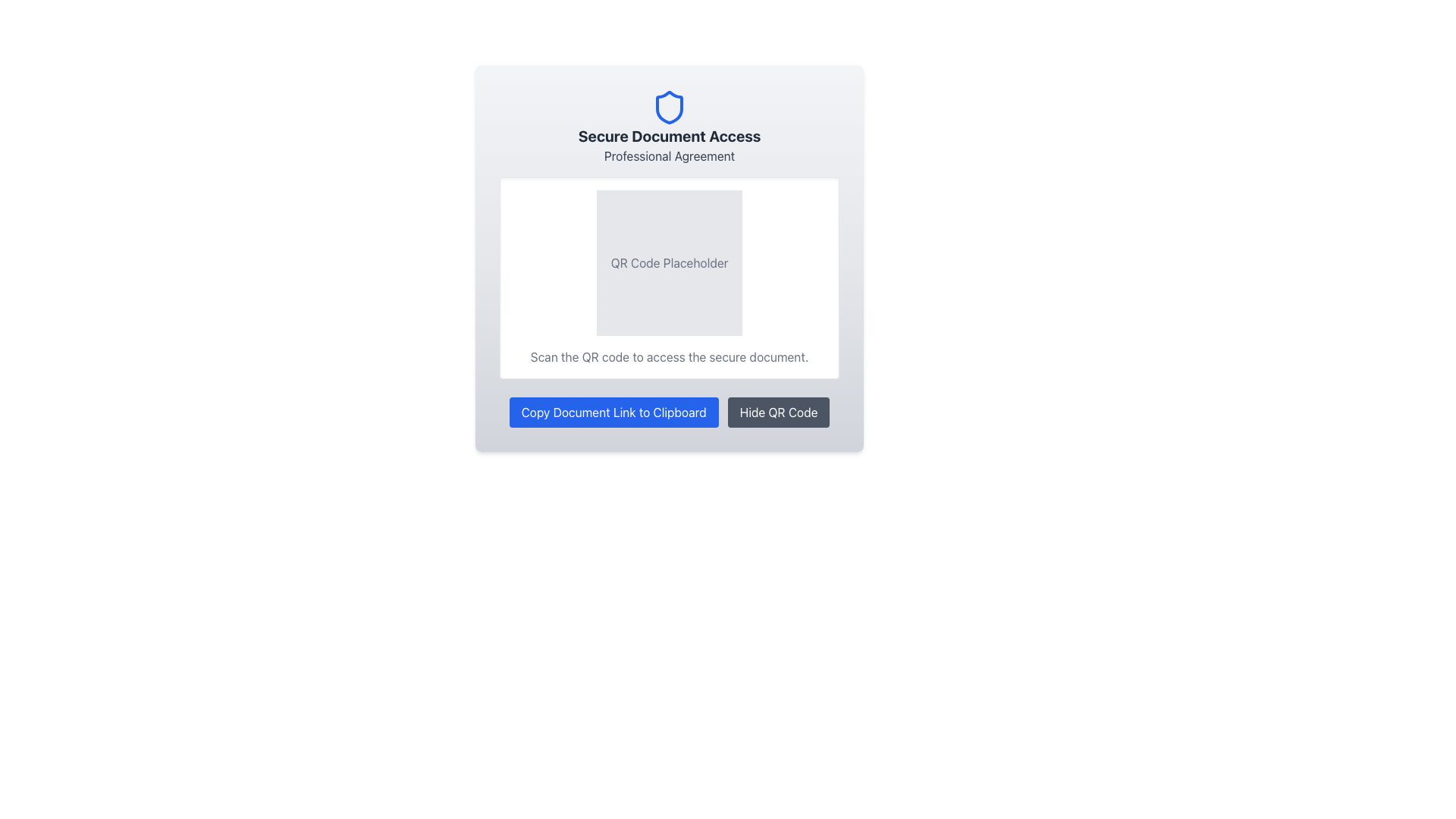  I want to click on the 'Hide QR Code' button, which is a rectangular button with a dark gray background and white text, located below the QR code placeholder and to the right of the 'Copy Document Link to Clipboard' button, so click(779, 412).